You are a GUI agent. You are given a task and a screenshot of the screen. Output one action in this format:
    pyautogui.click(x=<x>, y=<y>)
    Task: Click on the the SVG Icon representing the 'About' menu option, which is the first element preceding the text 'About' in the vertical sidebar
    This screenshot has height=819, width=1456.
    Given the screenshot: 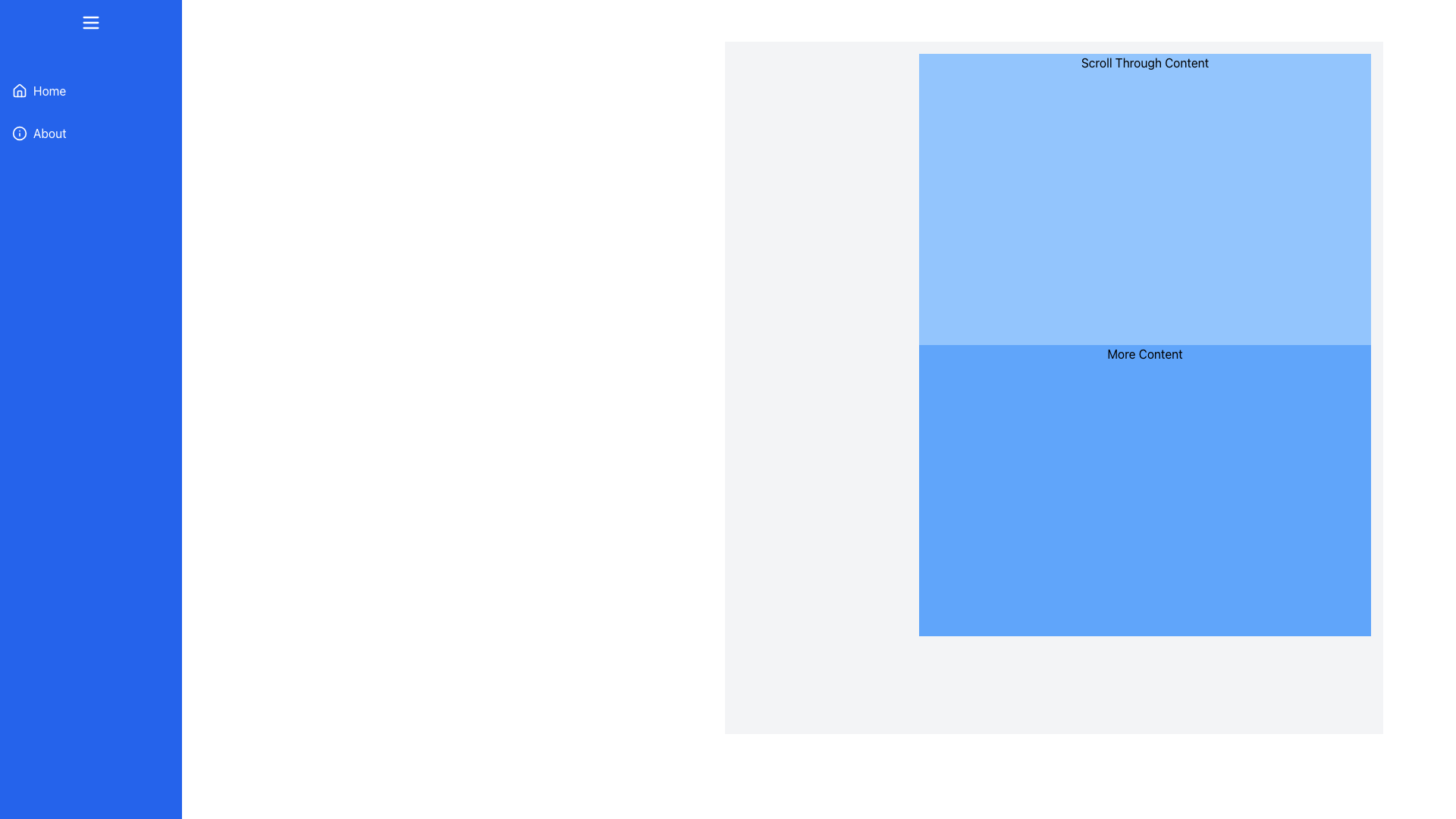 What is the action you would take?
    pyautogui.click(x=19, y=133)
    